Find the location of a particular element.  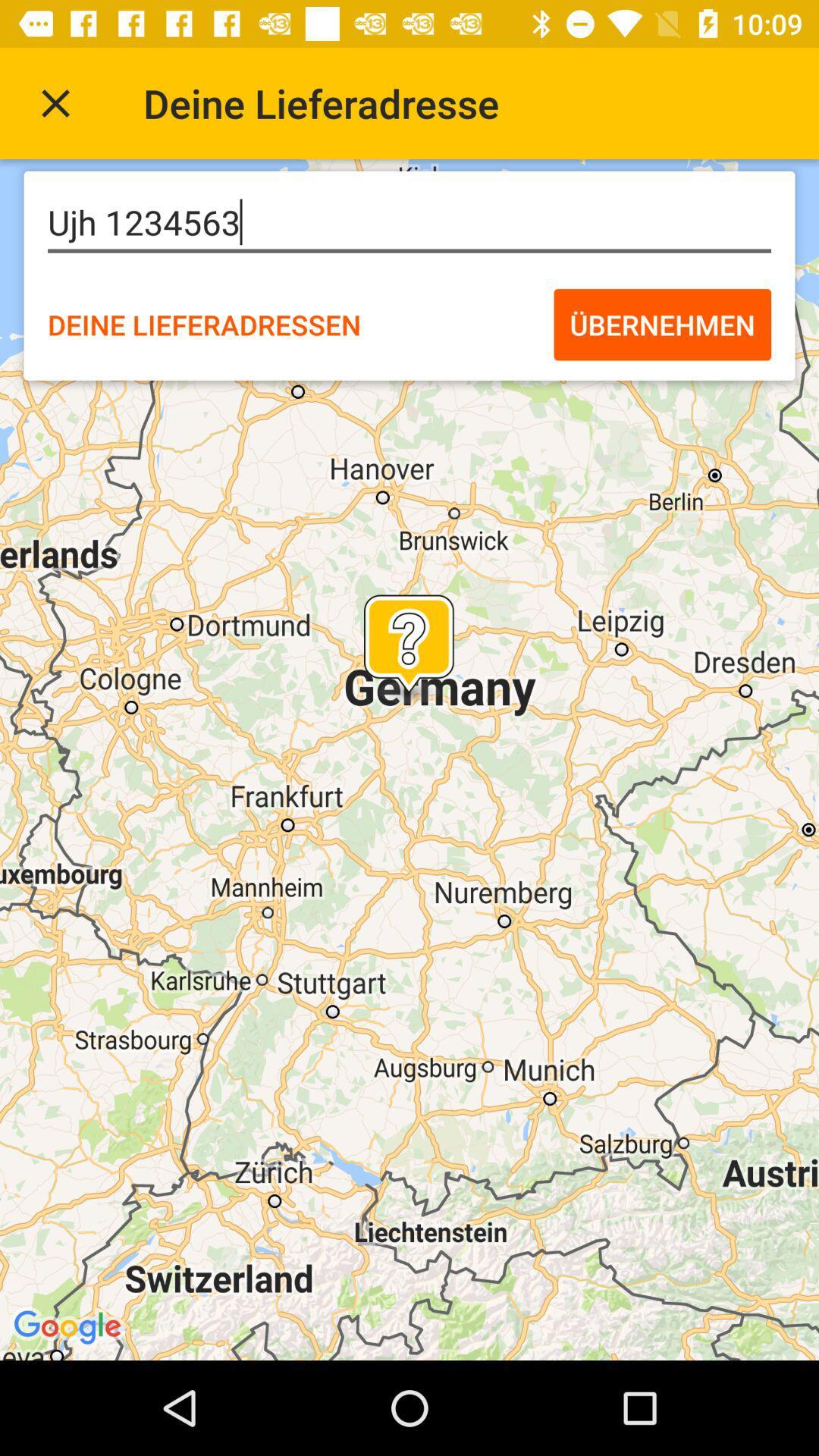

this map is located at coordinates (55, 102).